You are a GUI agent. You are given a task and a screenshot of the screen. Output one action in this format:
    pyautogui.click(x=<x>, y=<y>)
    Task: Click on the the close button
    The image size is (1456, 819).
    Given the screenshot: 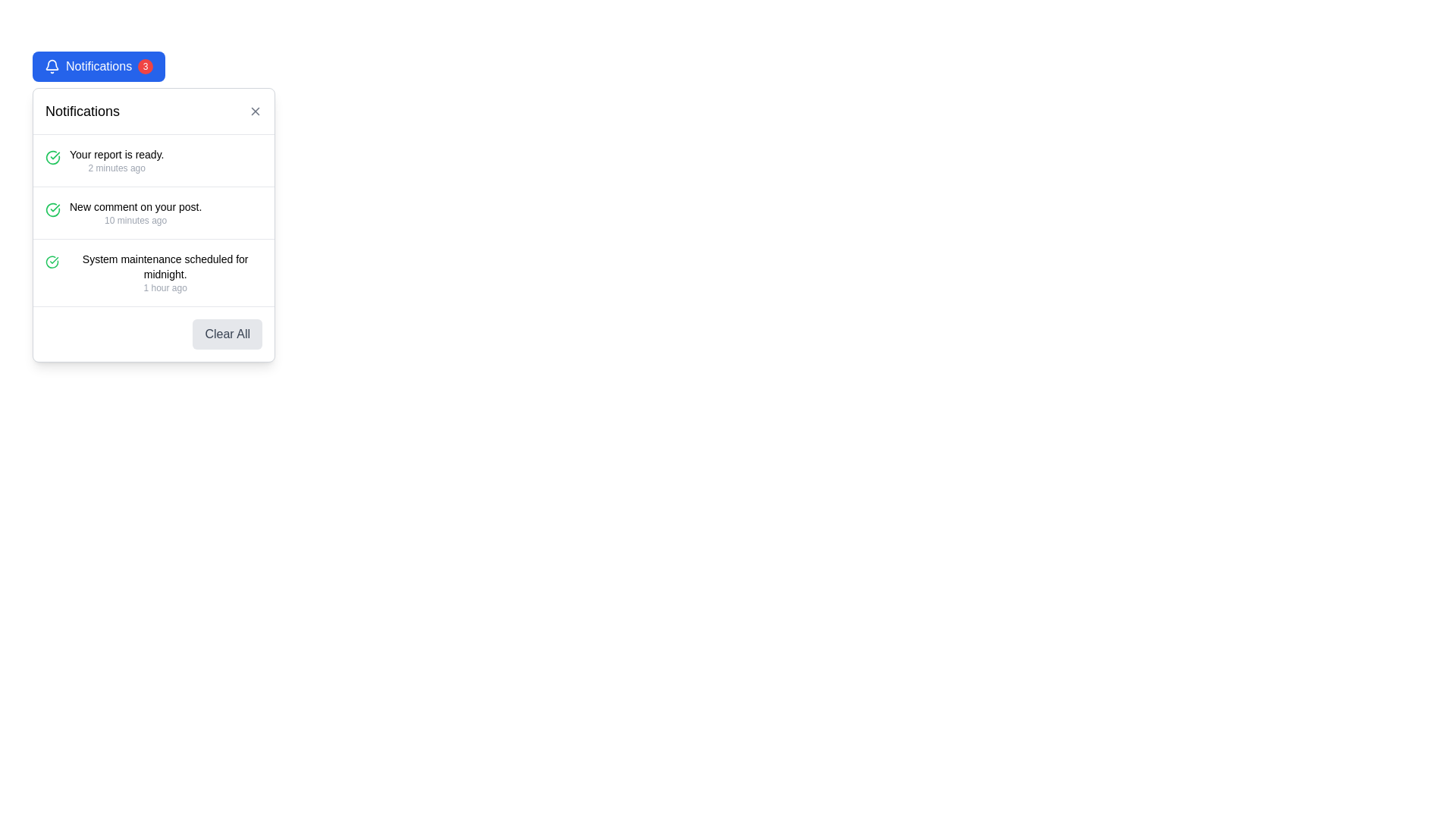 What is the action you would take?
    pyautogui.click(x=255, y=110)
    